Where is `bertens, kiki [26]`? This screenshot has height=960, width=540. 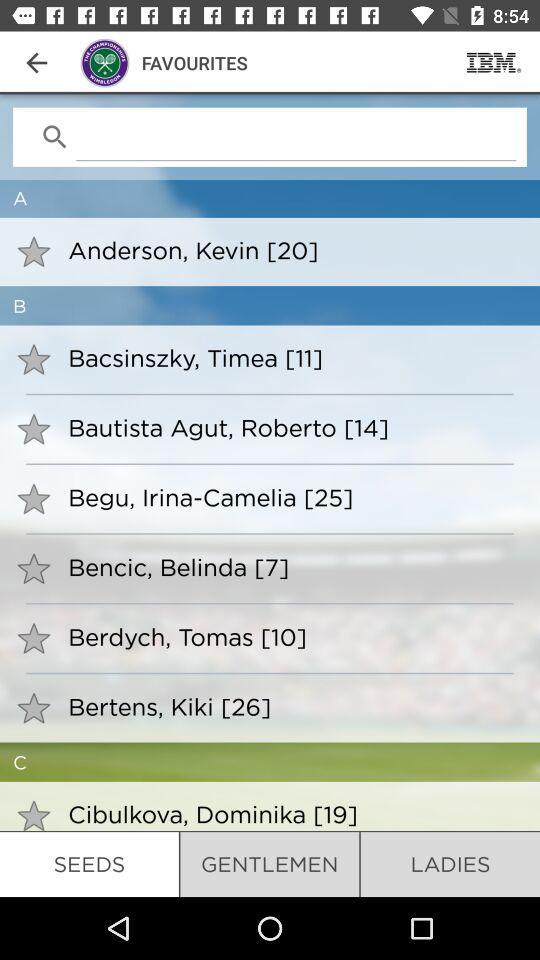
bertens, kiki [26] is located at coordinates (290, 706).